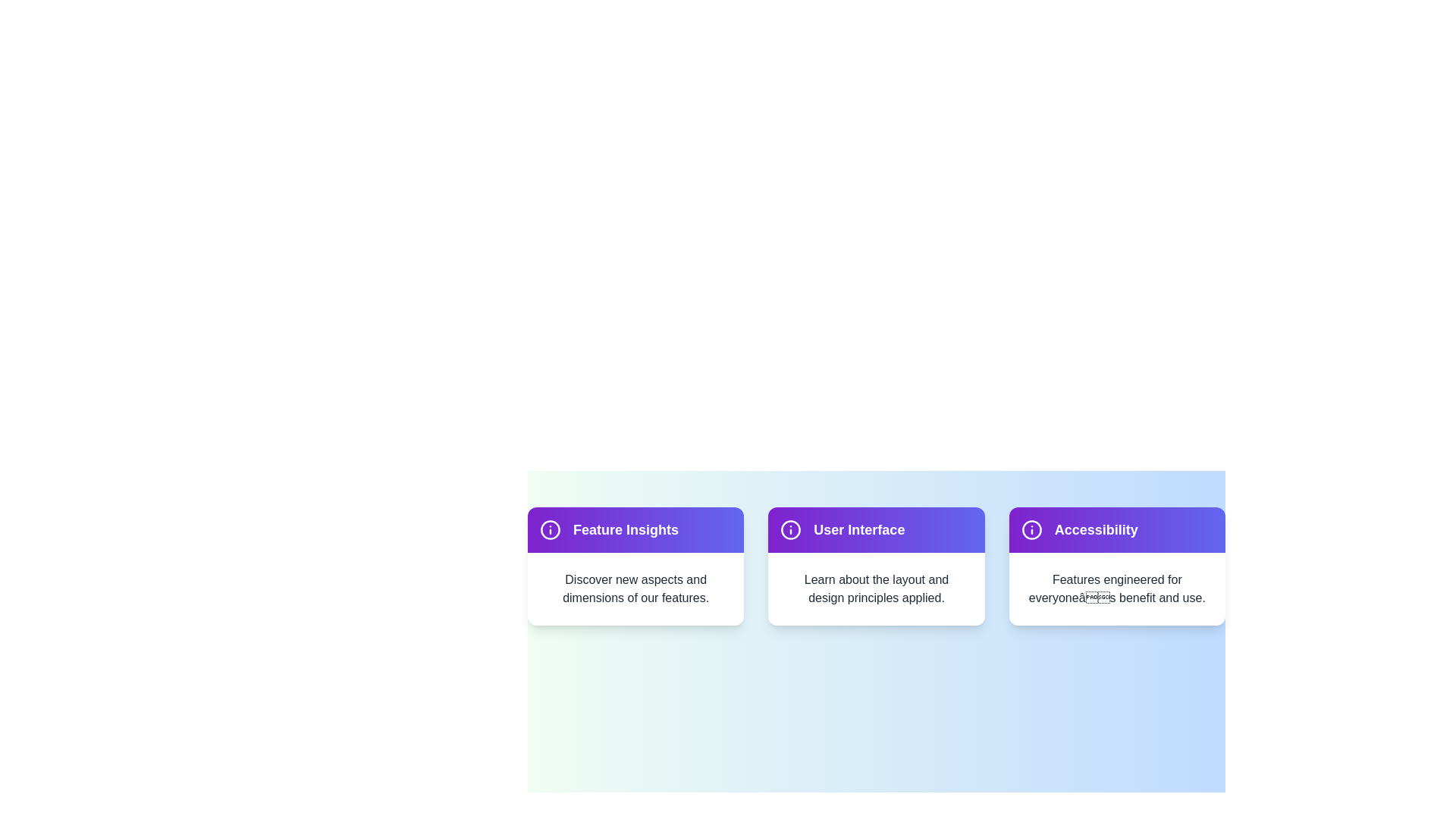  Describe the element at coordinates (877, 529) in the screenshot. I see `the central button labeled 'User Interface' with a gradient background and an information icon` at that location.